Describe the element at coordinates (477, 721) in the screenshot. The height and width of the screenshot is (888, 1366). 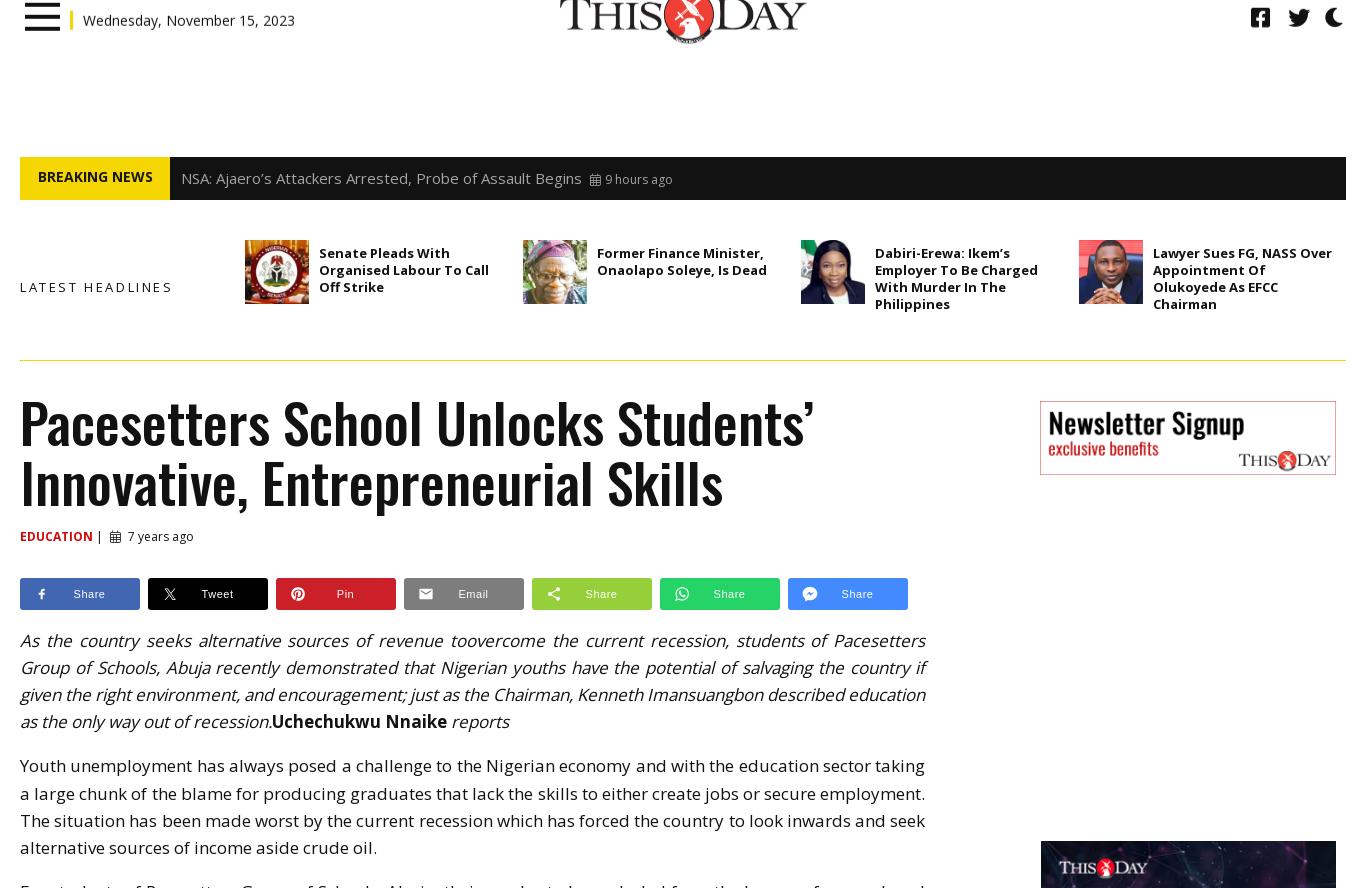
I see `'reports'` at that location.